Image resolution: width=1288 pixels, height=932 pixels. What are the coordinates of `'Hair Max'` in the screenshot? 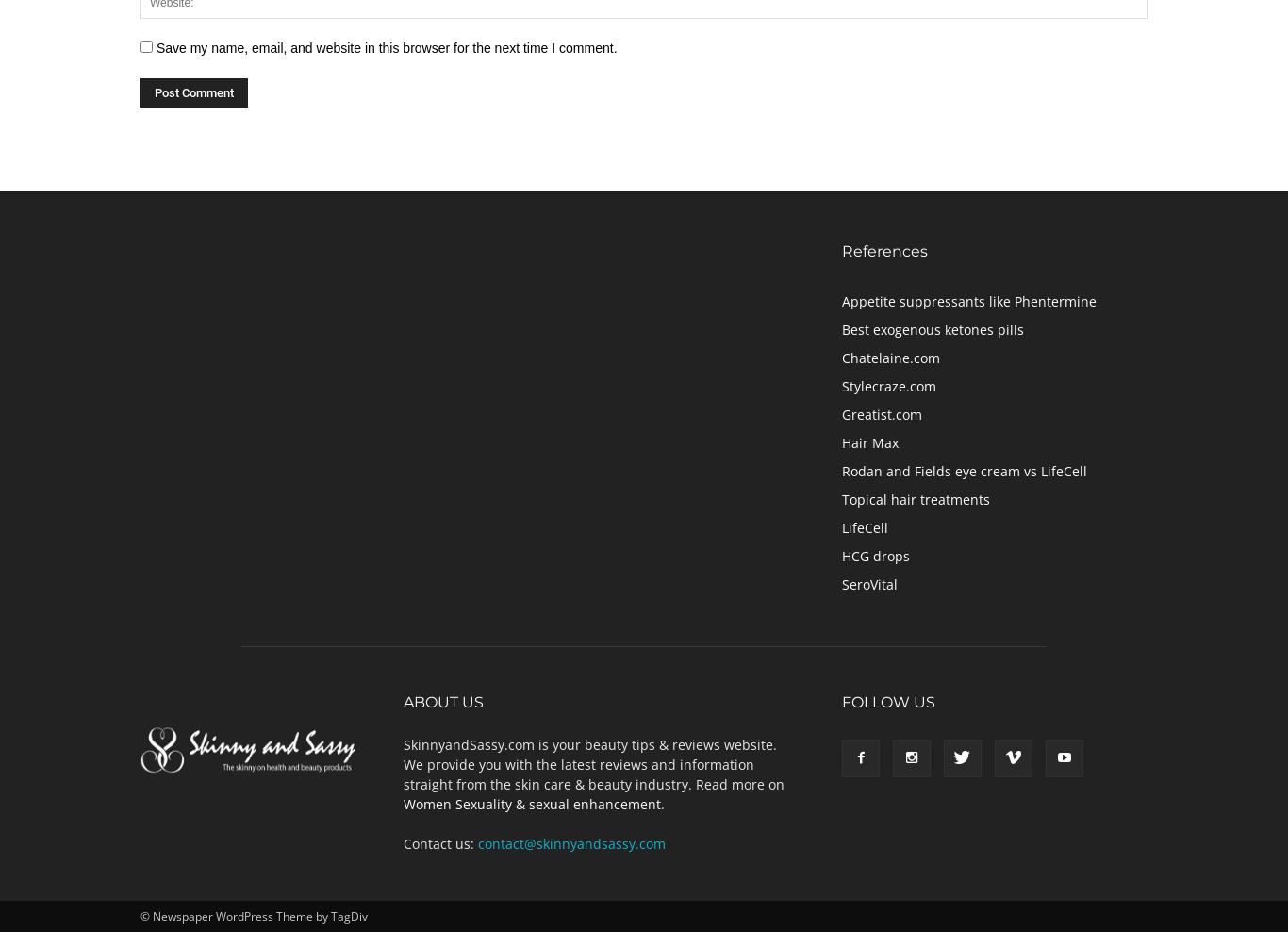 It's located at (870, 441).